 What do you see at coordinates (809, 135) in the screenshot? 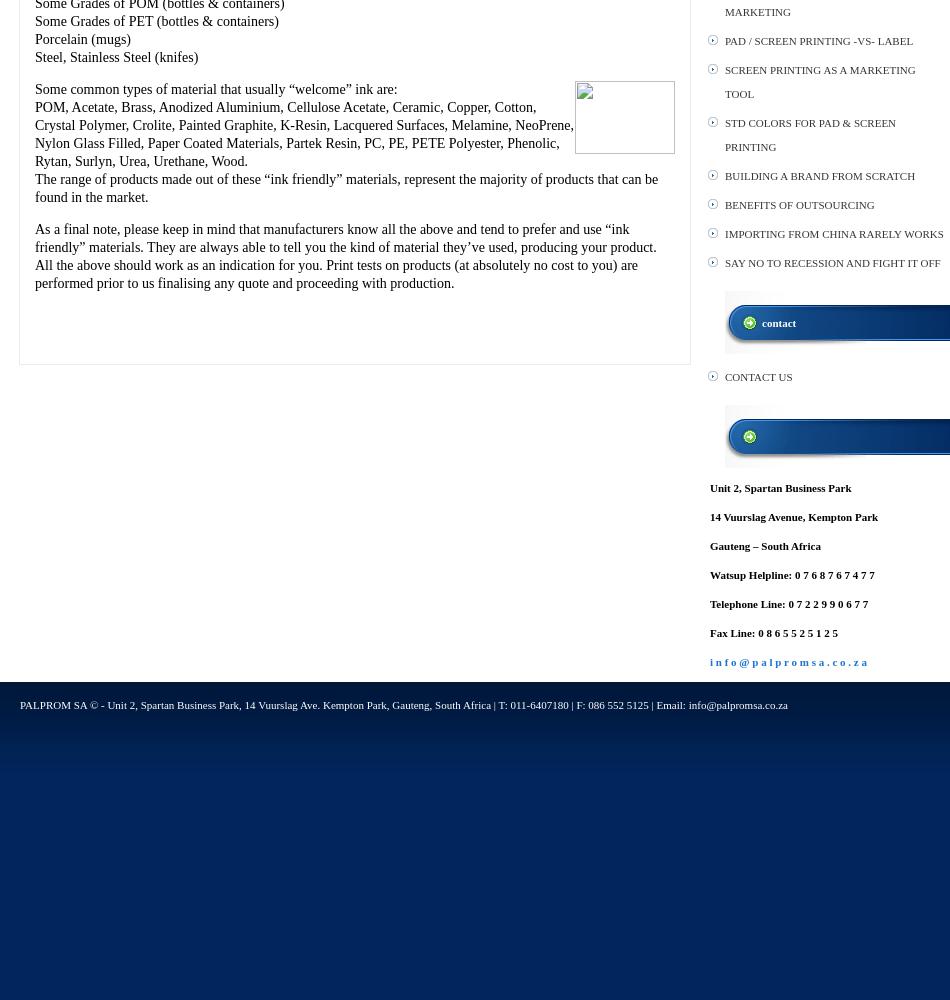
I see `'STD COLORS FOR PAD & SCREEN PRINTING'` at bounding box center [809, 135].